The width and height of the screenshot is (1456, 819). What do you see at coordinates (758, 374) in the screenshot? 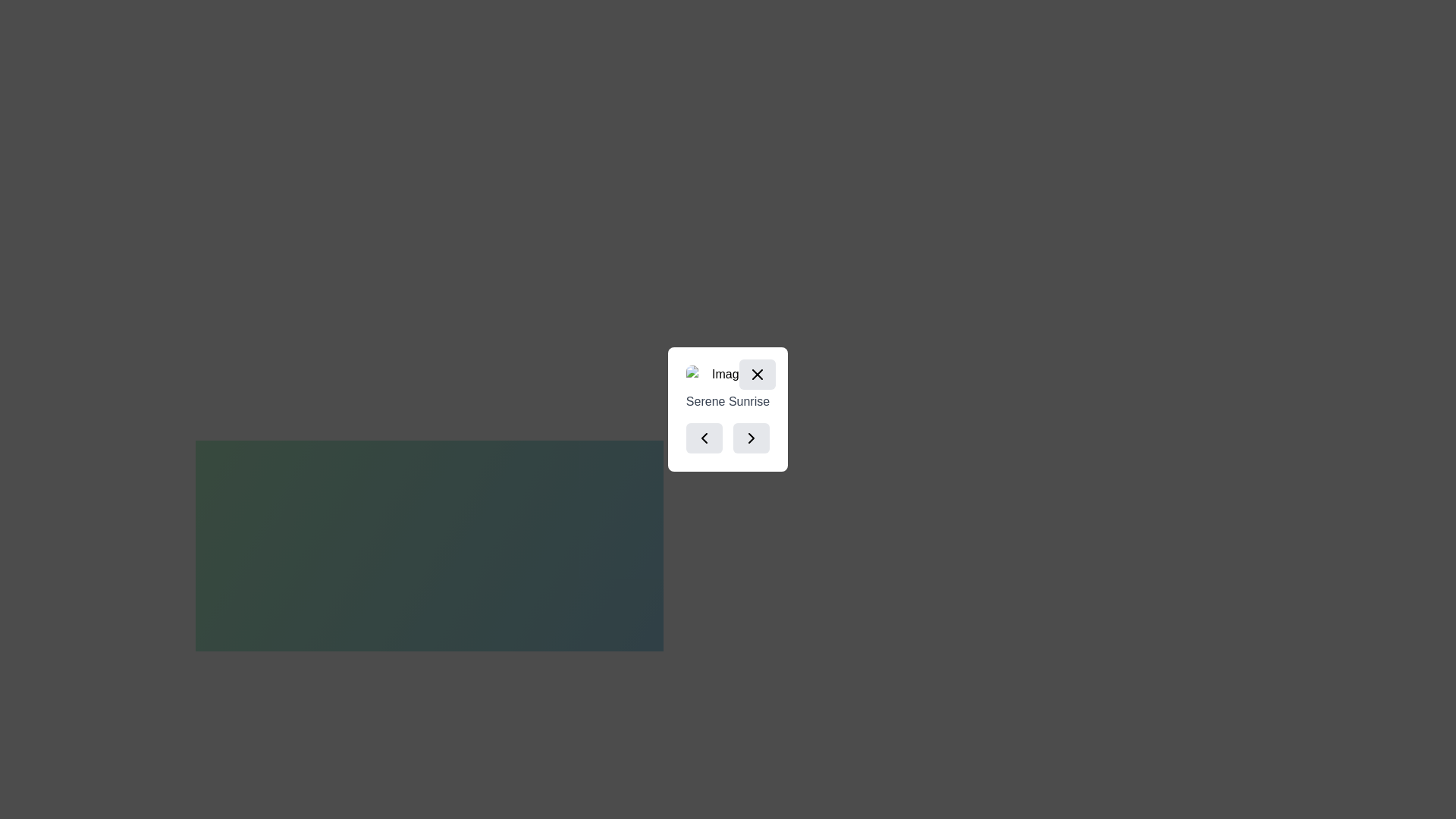
I see `the 'X' icon element located at the top-right corner of the modal` at bounding box center [758, 374].